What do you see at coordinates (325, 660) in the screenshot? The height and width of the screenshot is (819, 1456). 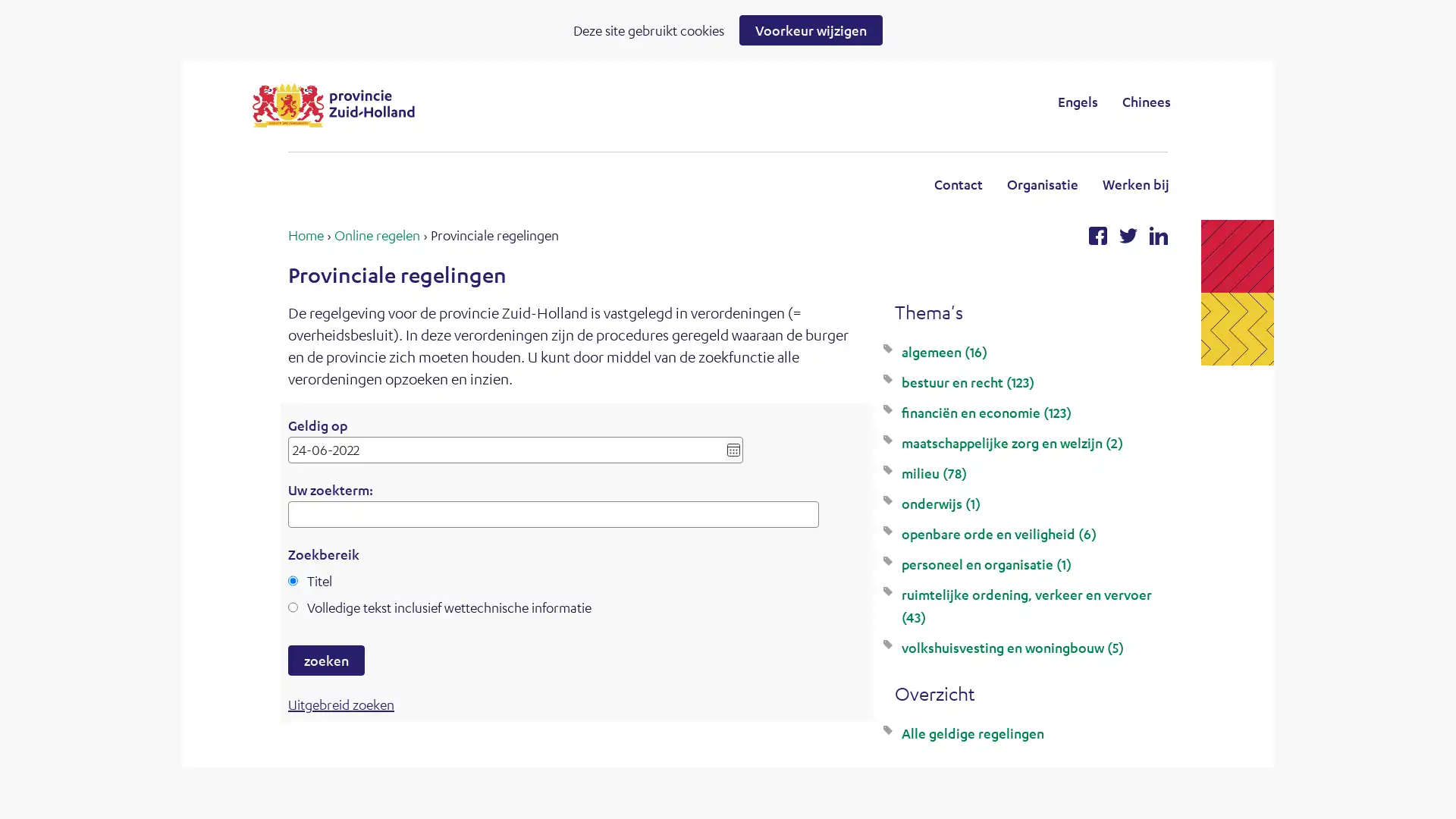 I see `zoeken` at bounding box center [325, 660].